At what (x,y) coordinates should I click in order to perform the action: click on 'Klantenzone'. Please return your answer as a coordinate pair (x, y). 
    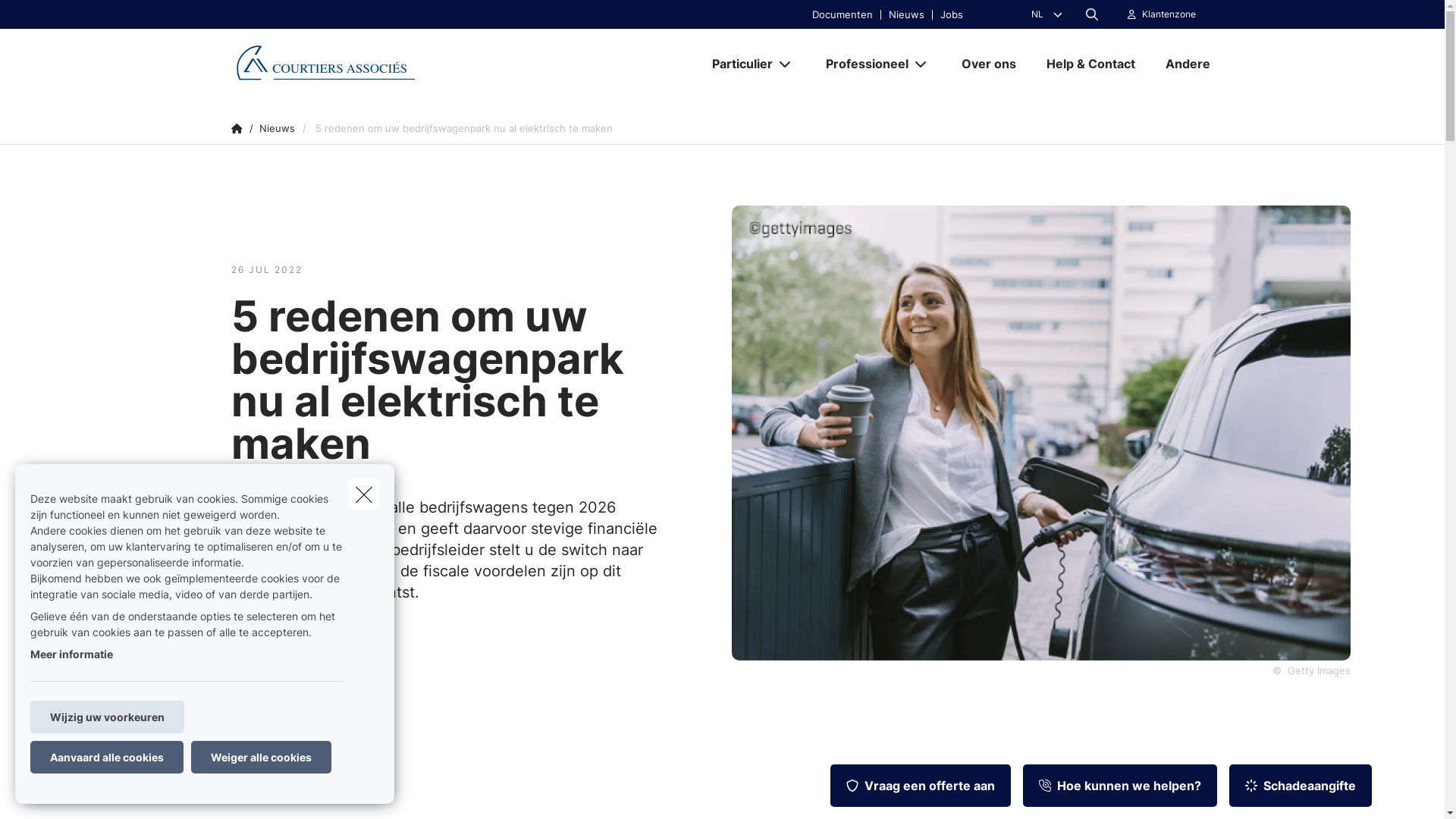
    Looking at the image, I should click on (1109, 14).